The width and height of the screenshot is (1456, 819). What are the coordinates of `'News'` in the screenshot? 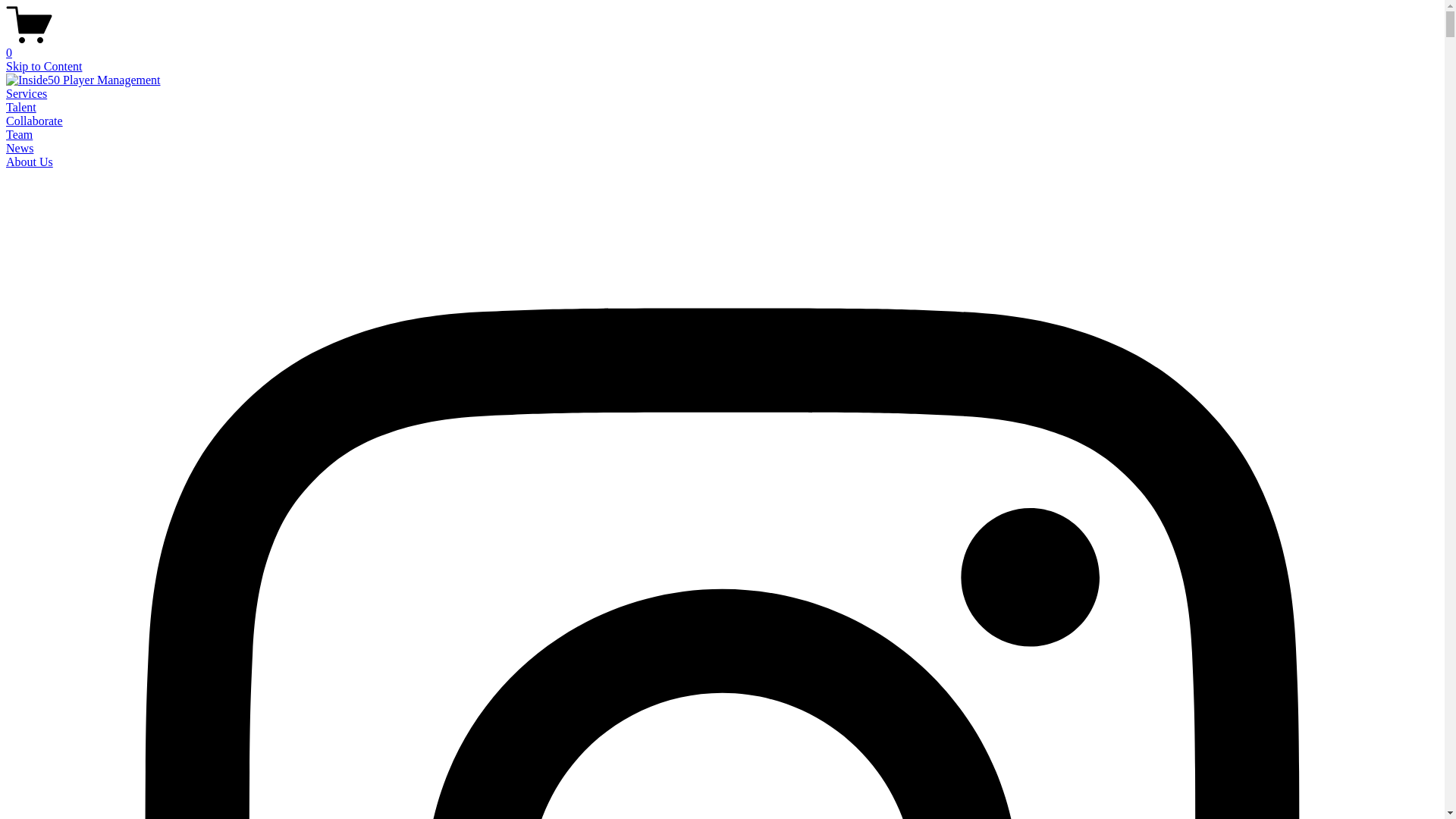 It's located at (19, 148).